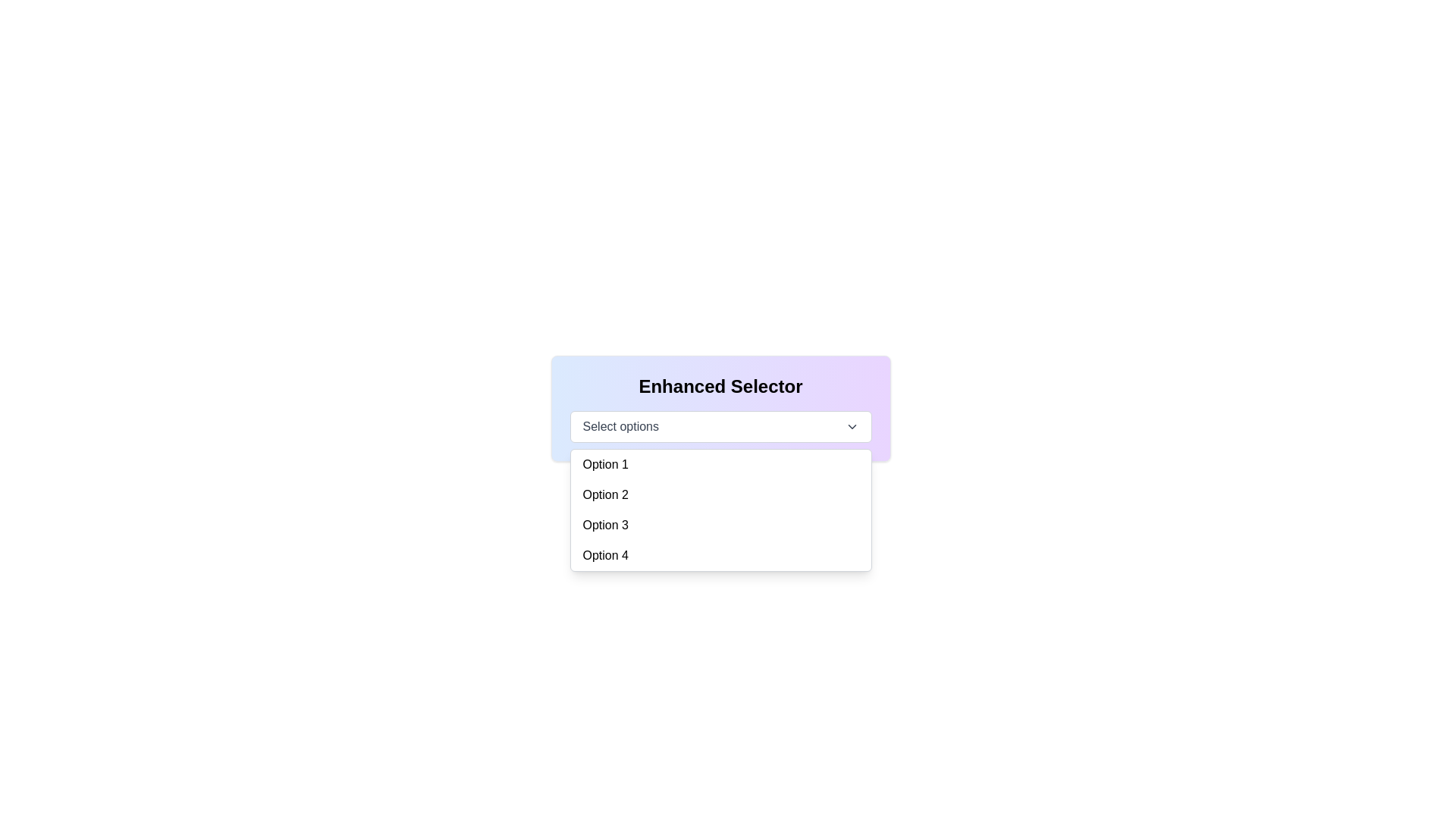 This screenshot has height=819, width=1456. What do you see at coordinates (720, 525) in the screenshot?
I see `the dropdown menu item labeled 'Option 3'` at bounding box center [720, 525].